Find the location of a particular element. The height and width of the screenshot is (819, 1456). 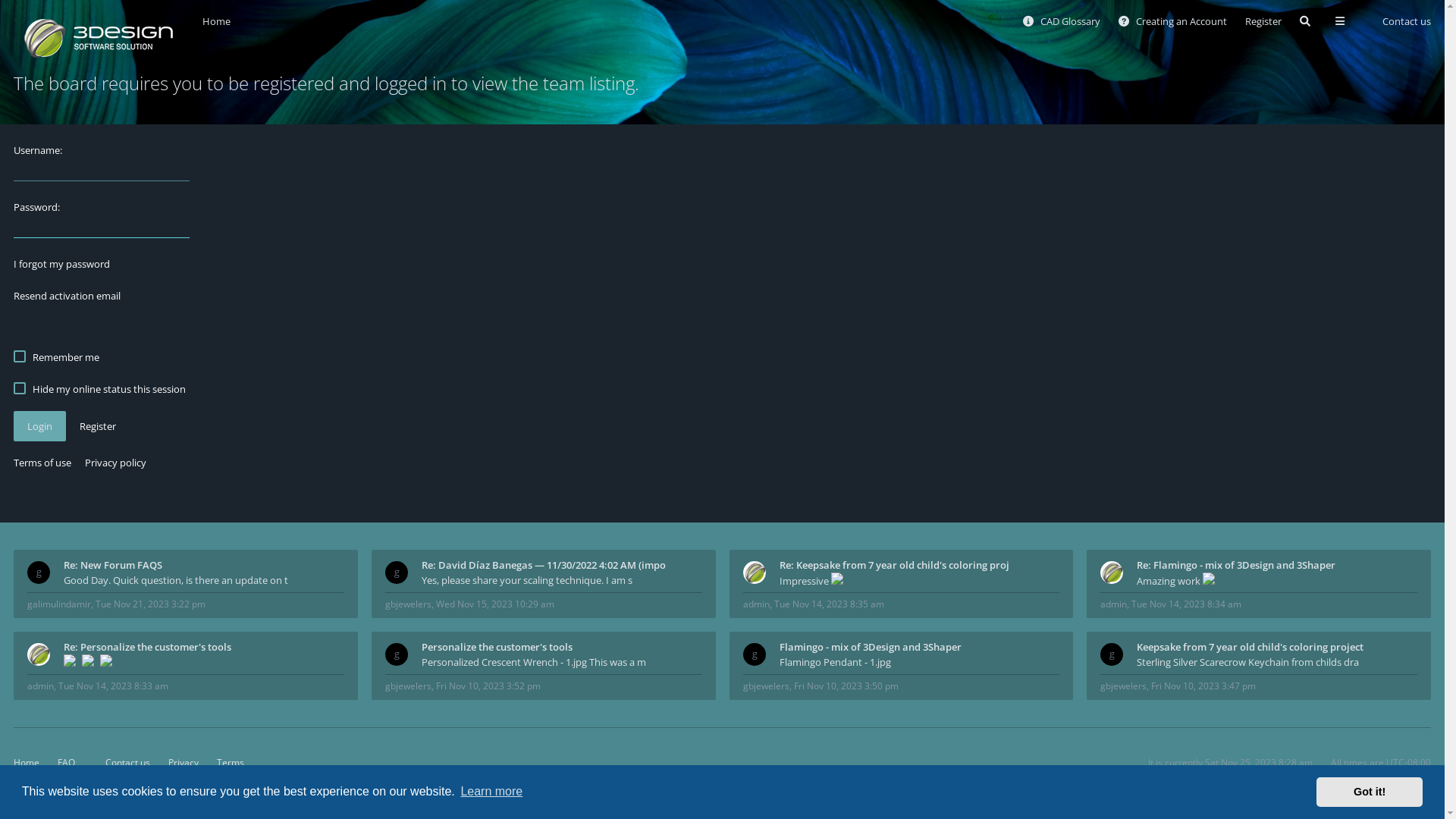

'Flamingo - mix of 3Design and 3Shaper' is located at coordinates (779, 646).